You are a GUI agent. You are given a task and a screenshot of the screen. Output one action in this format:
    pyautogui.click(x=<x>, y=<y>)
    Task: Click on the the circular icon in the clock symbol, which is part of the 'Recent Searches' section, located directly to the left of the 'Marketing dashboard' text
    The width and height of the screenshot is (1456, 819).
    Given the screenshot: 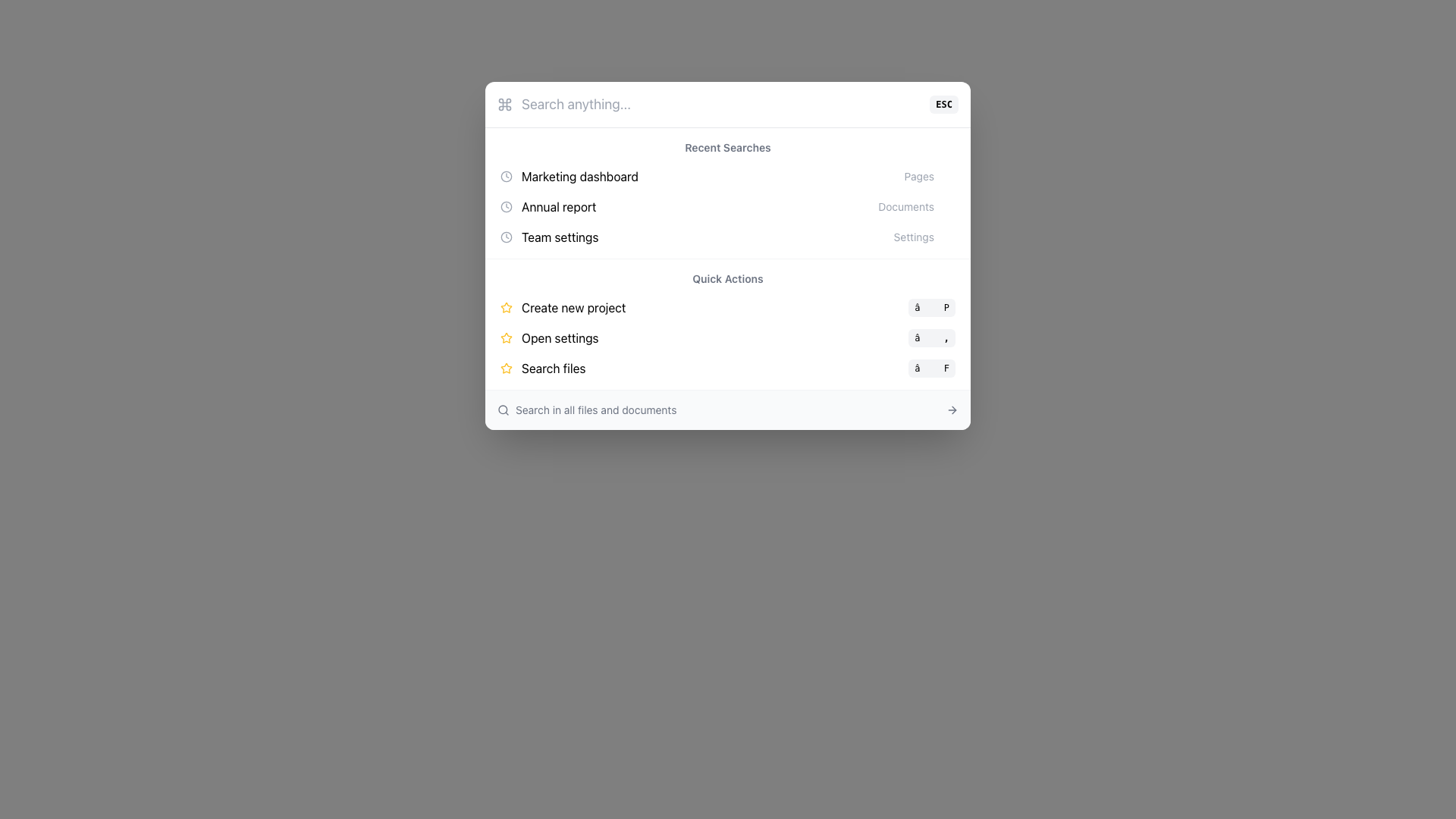 What is the action you would take?
    pyautogui.click(x=506, y=207)
    